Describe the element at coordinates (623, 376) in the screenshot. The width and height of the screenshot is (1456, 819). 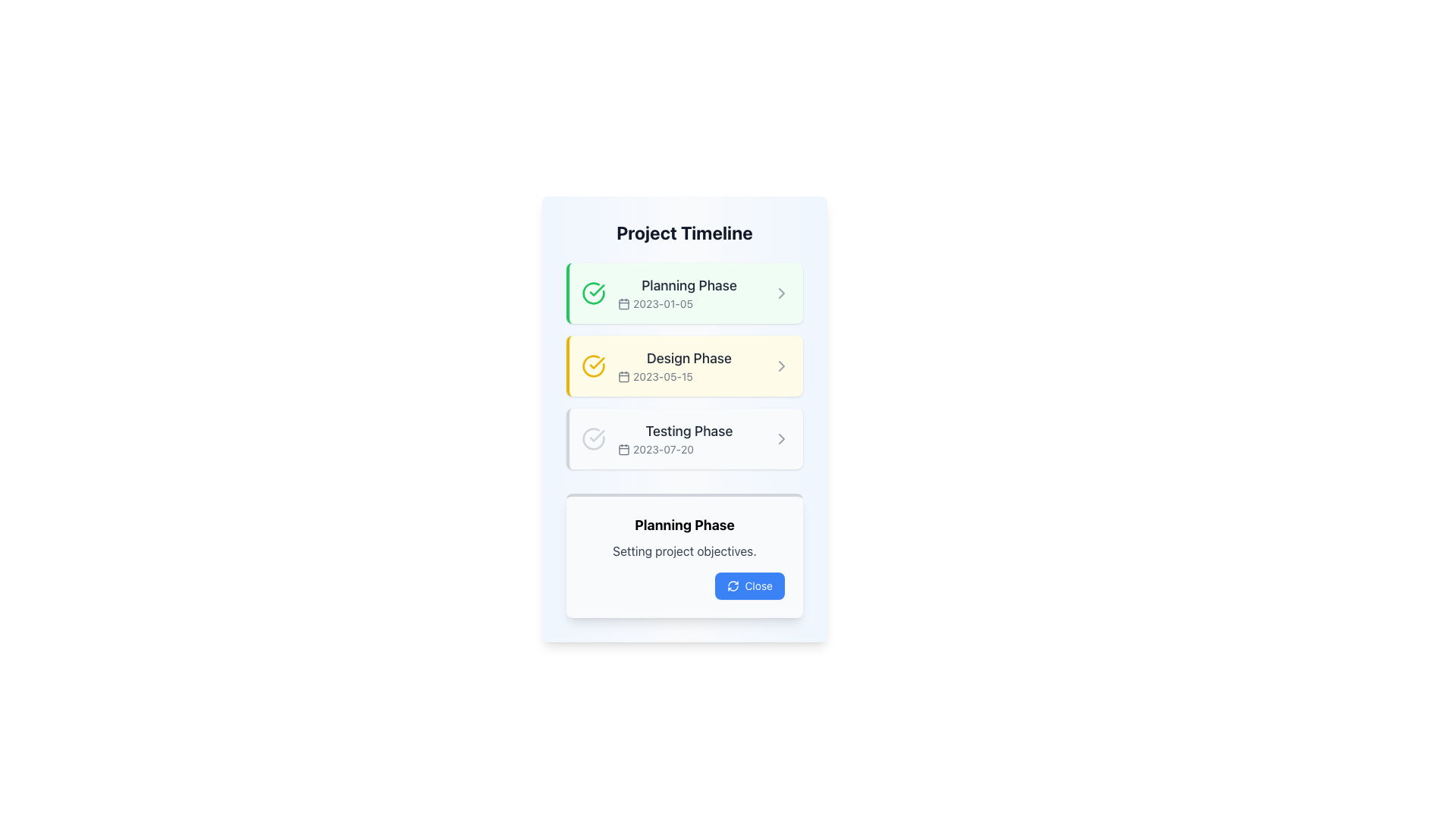
I see `the calendar icon, which is a minimalistic squared shape with rounded corners located` at that location.